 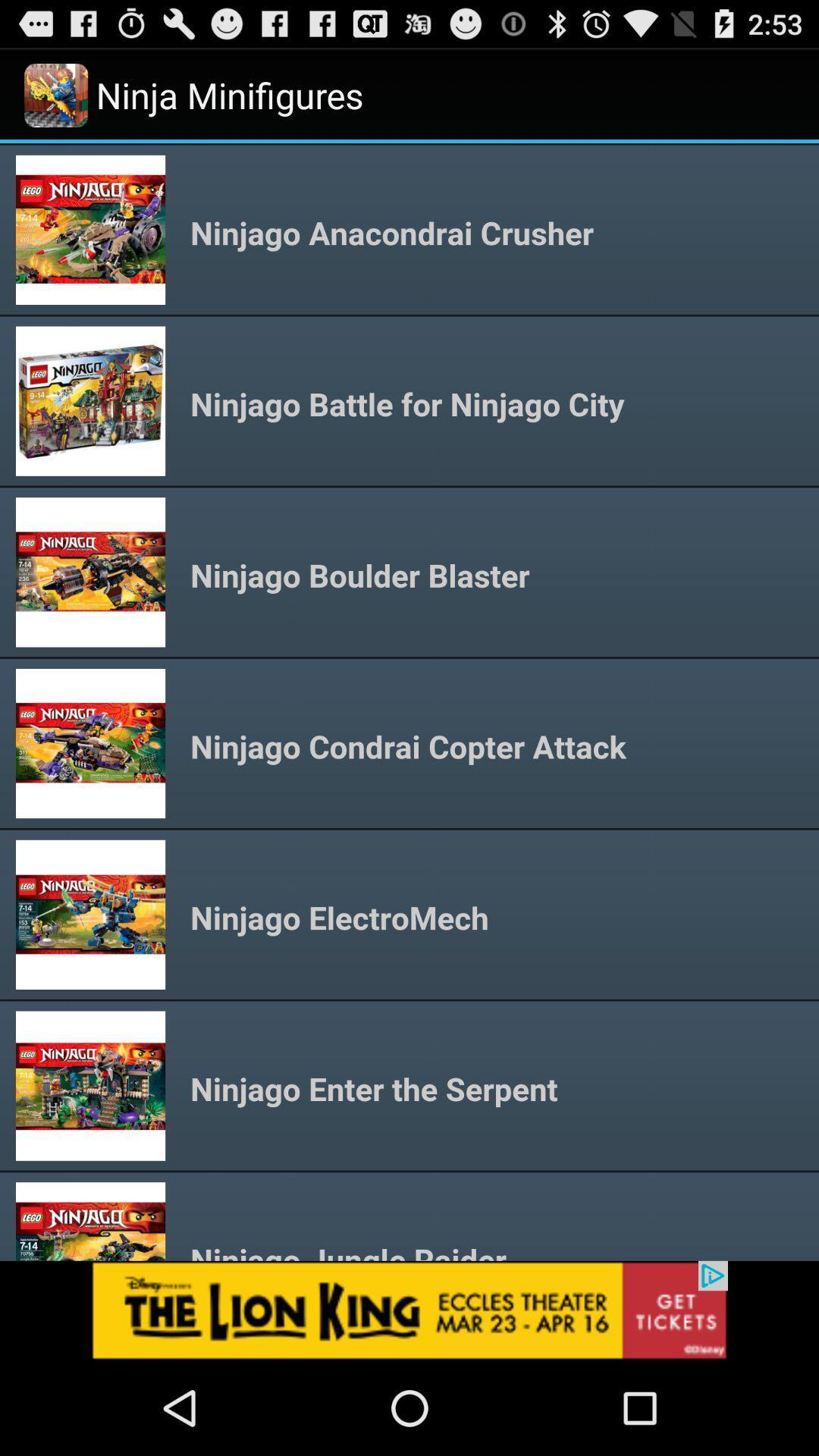 I want to click on the lion king advertisement, so click(x=409, y=1310).